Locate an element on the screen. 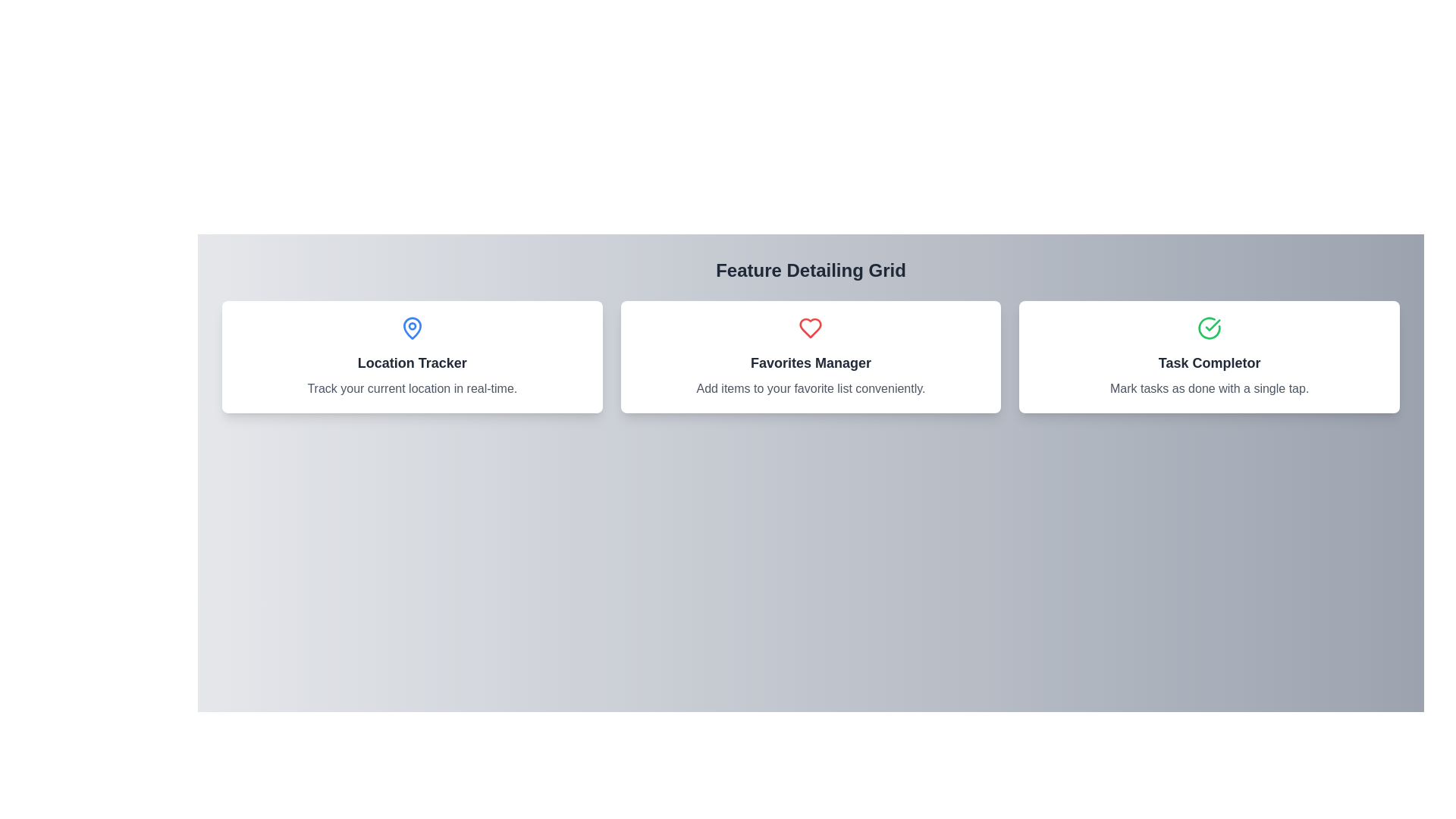  descriptive text about the 'Location Tracker' feature, which is located within the card component labeled 'Location Tracker', positioned beneath the title text and above the lower edge of the card is located at coordinates (412, 388).